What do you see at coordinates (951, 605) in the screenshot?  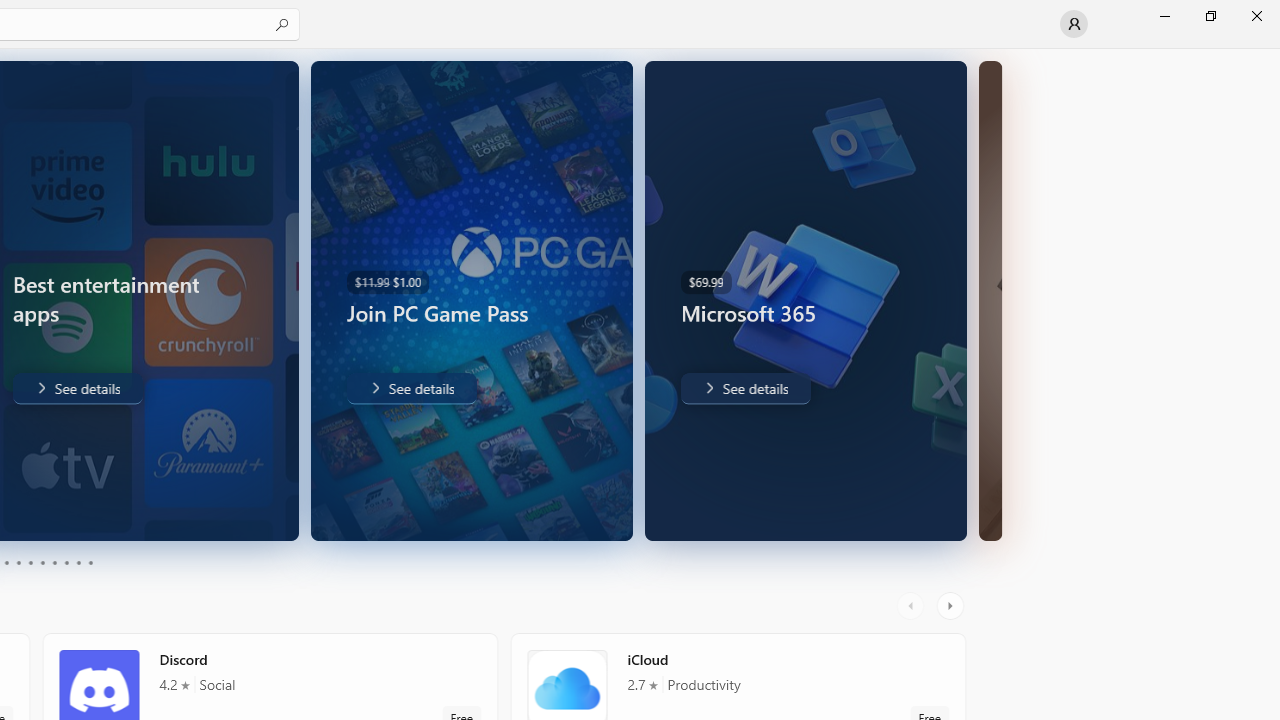 I see `'AutomationID: RightScrollButton'` at bounding box center [951, 605].